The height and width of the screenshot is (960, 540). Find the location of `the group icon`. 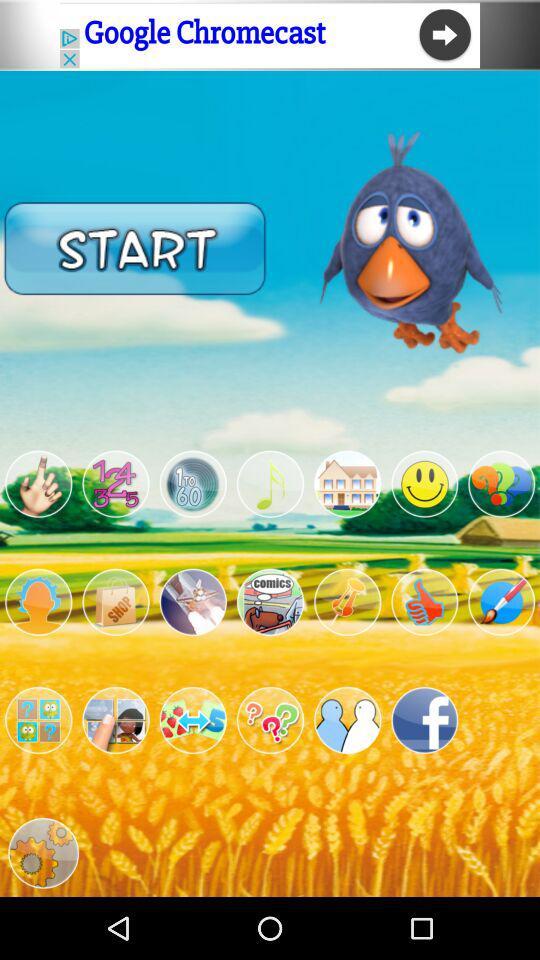

the group icon is located at coordinates (346, 770).